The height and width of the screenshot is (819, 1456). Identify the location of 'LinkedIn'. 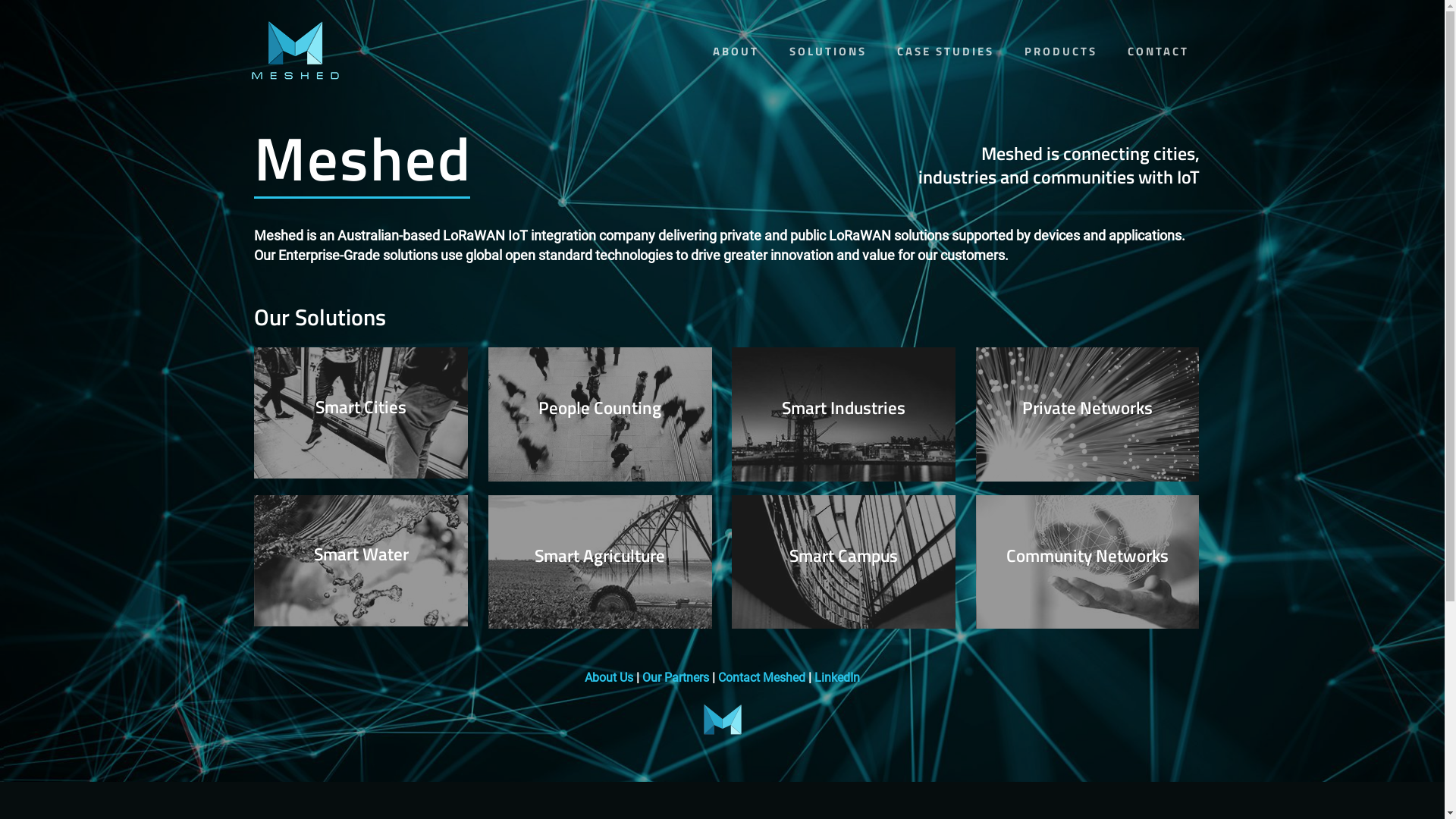
(836, 676).